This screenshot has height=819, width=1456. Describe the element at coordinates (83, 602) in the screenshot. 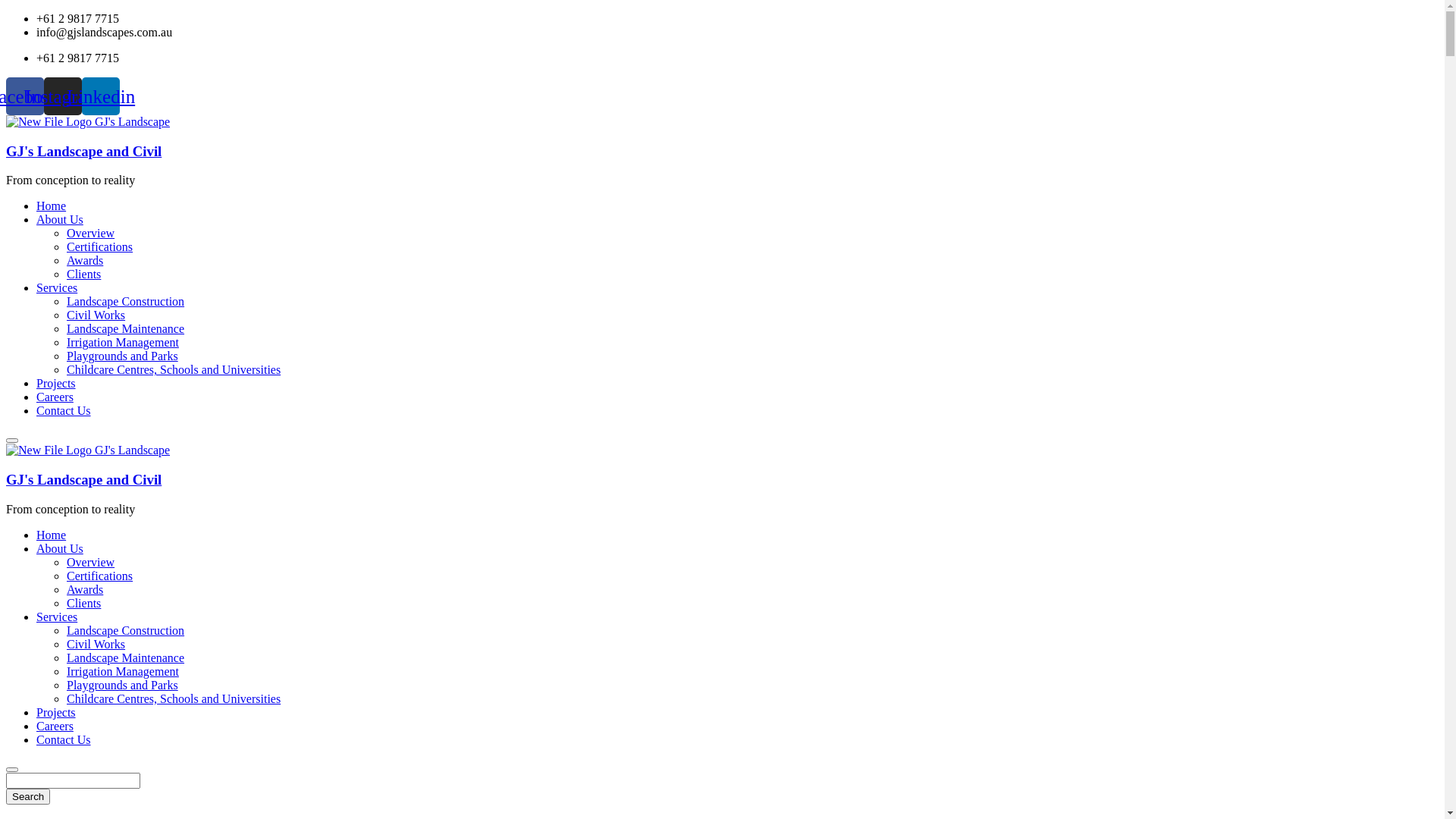

I see `'Clients'` at that location.